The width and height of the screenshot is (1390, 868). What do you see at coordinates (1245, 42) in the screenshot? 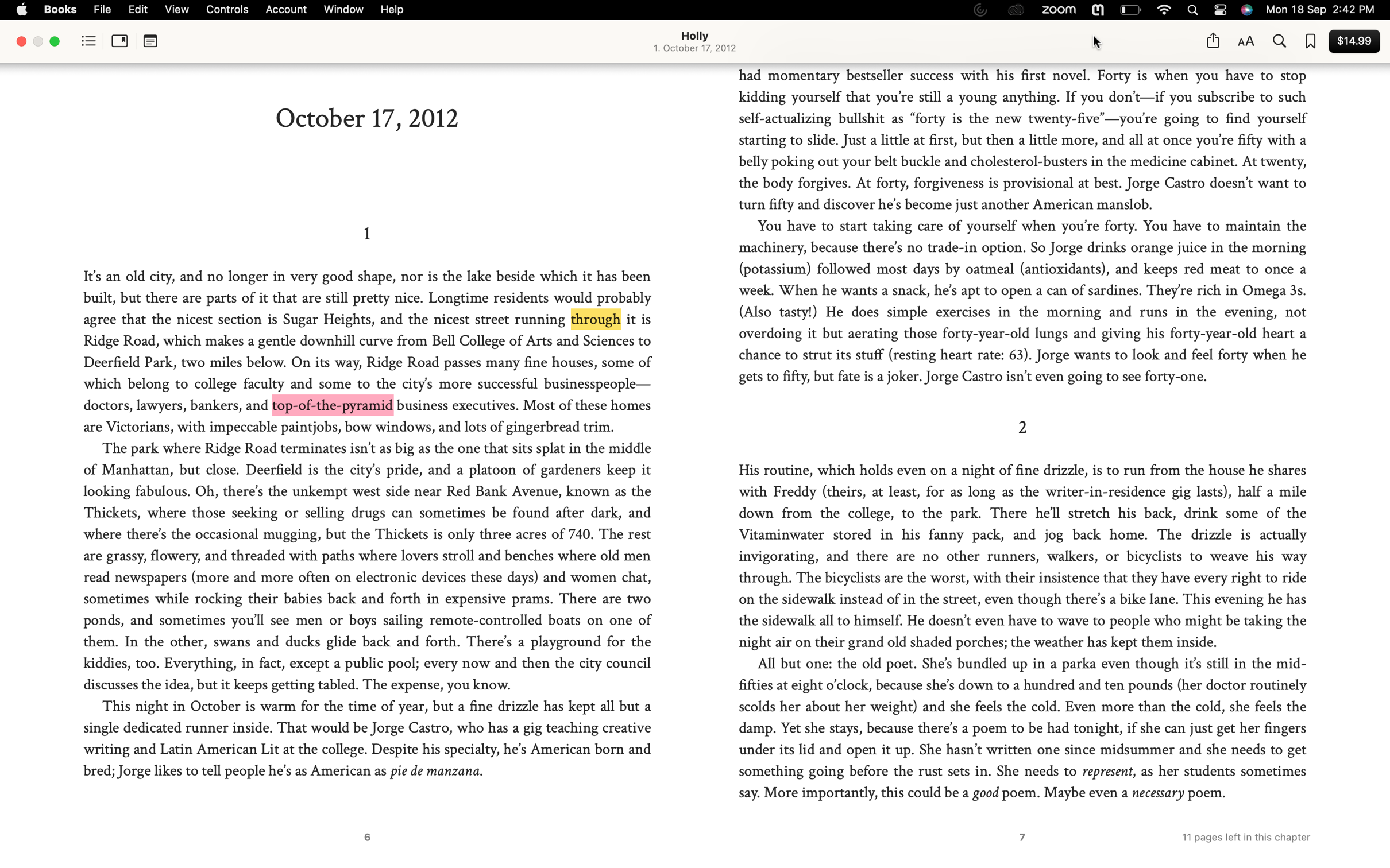
I see `Change the font to Arial` at bounding box center [1245, 42].